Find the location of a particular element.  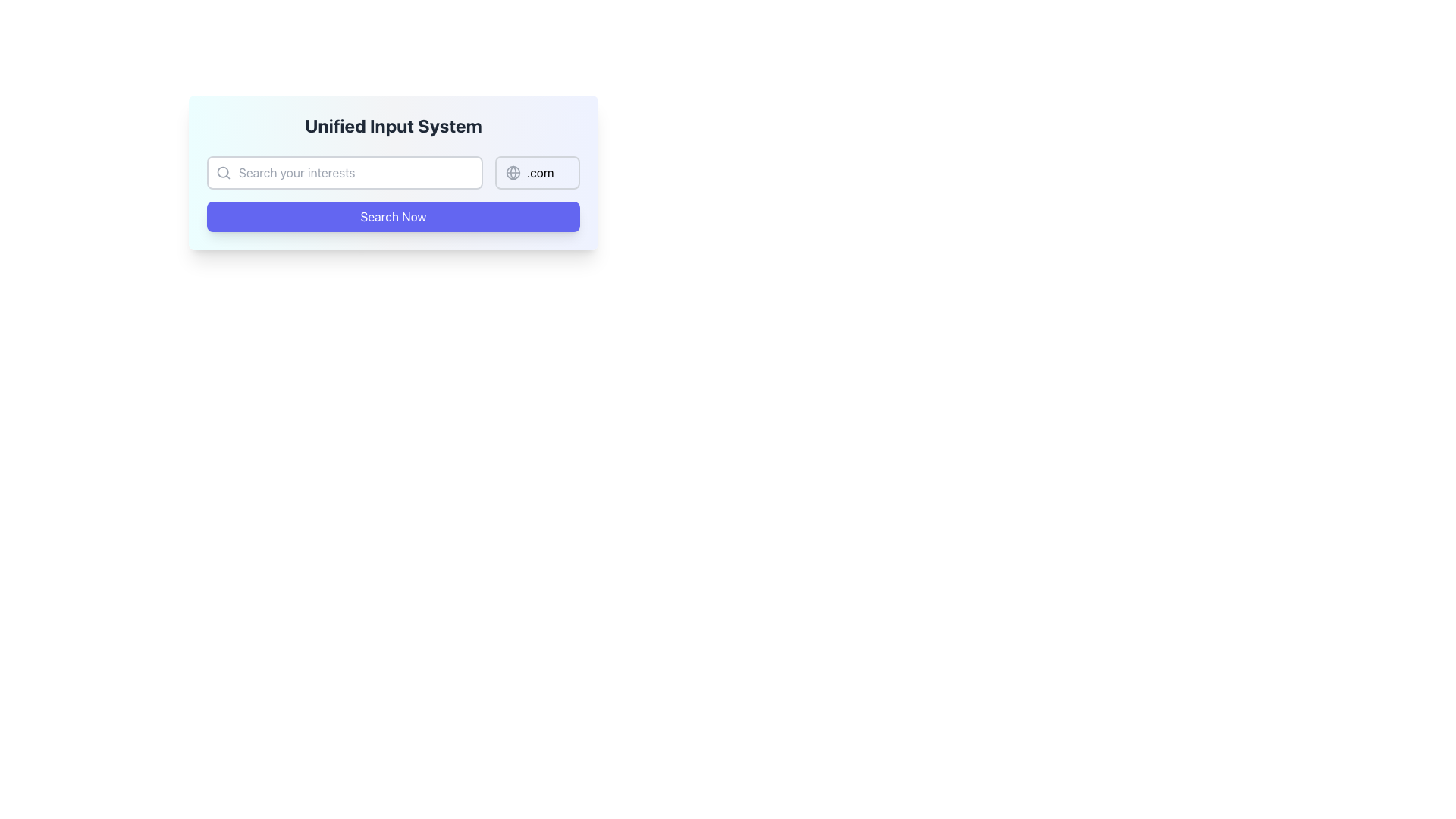

the text input field with rounded corners and a light gray border, which has the placeholder text 'Search your interests', to focus on it is located at coordinates (344, 171).